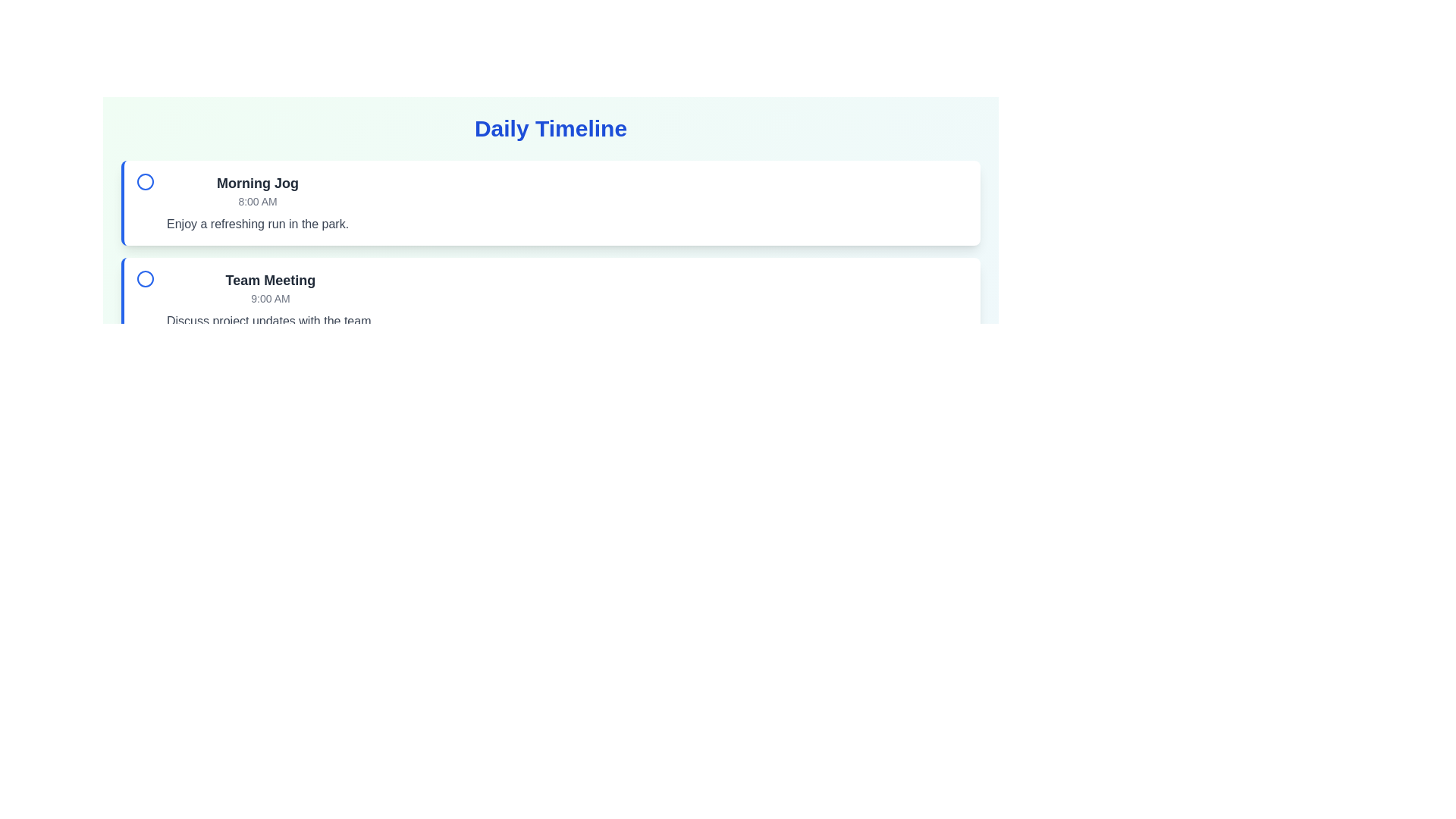  Describe the element at coordinates (258, 224) in the screenshot. I see `the text label displaying 'Enjoy a refreshing run in the park.' which is located below the 'Morning Jog' entry in the timeline` at that location.